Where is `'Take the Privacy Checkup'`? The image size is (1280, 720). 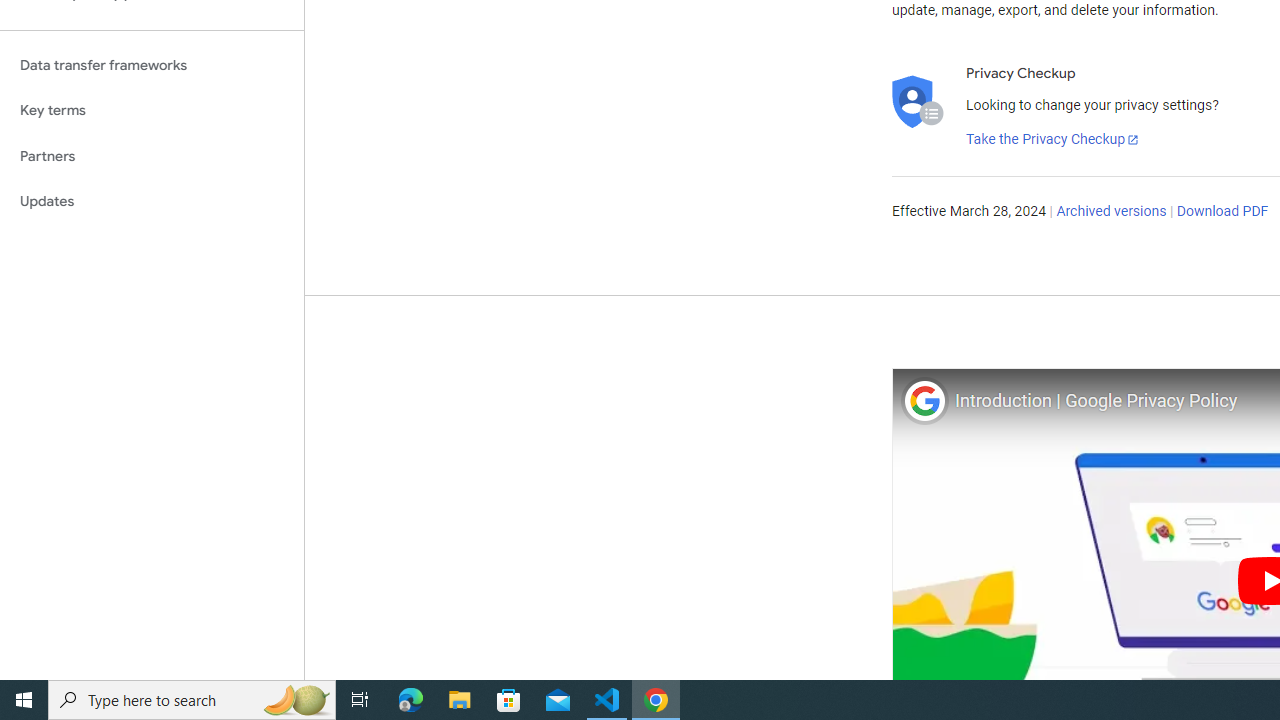 'Take the Privacy Checkup' is located at coordinates (1052, 139).